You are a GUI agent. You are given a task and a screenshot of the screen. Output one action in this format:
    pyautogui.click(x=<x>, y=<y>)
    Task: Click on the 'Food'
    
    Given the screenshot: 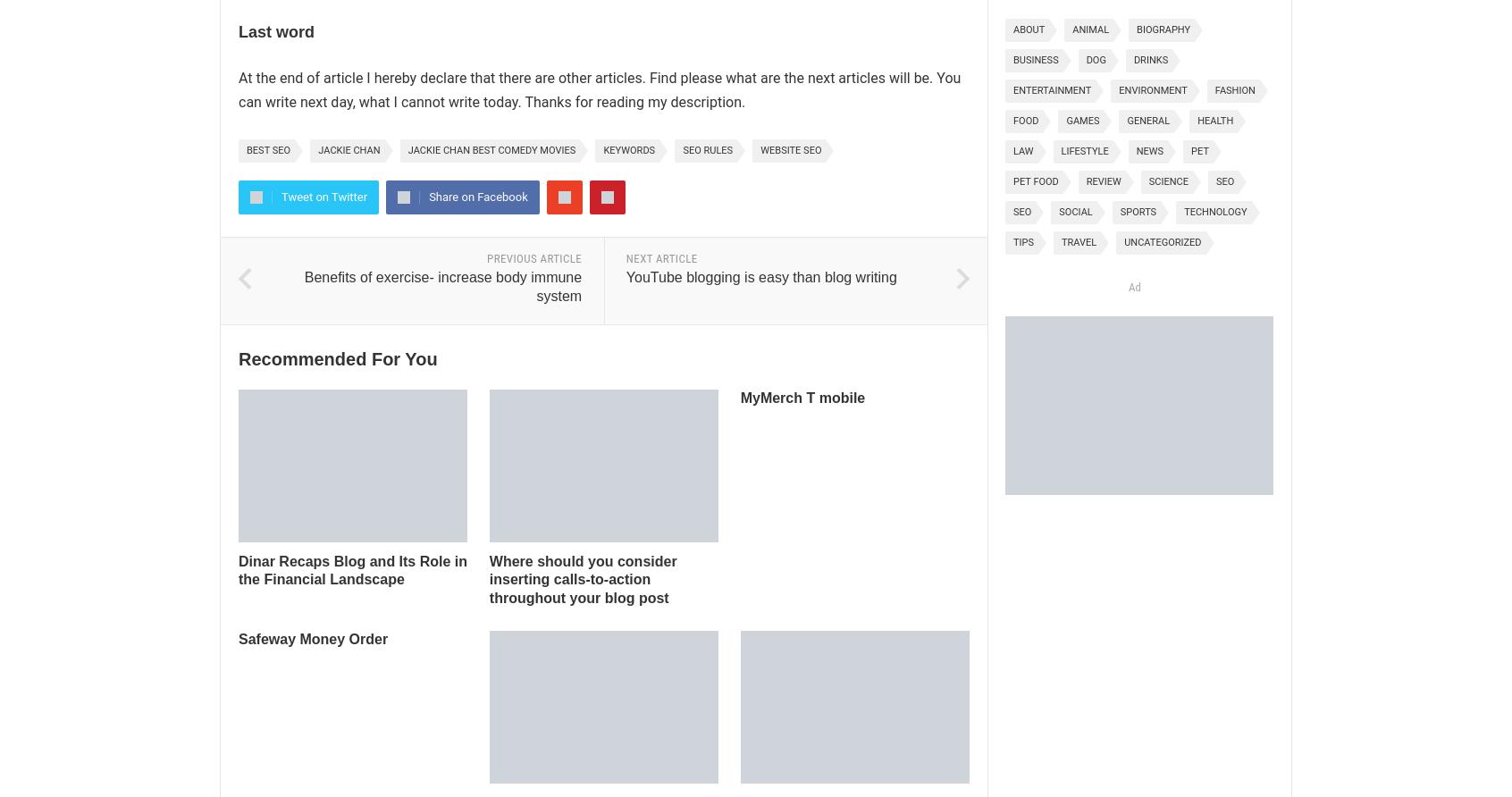 What is the action you would take?
    pyautogui.click(x=1025, y=119)
    